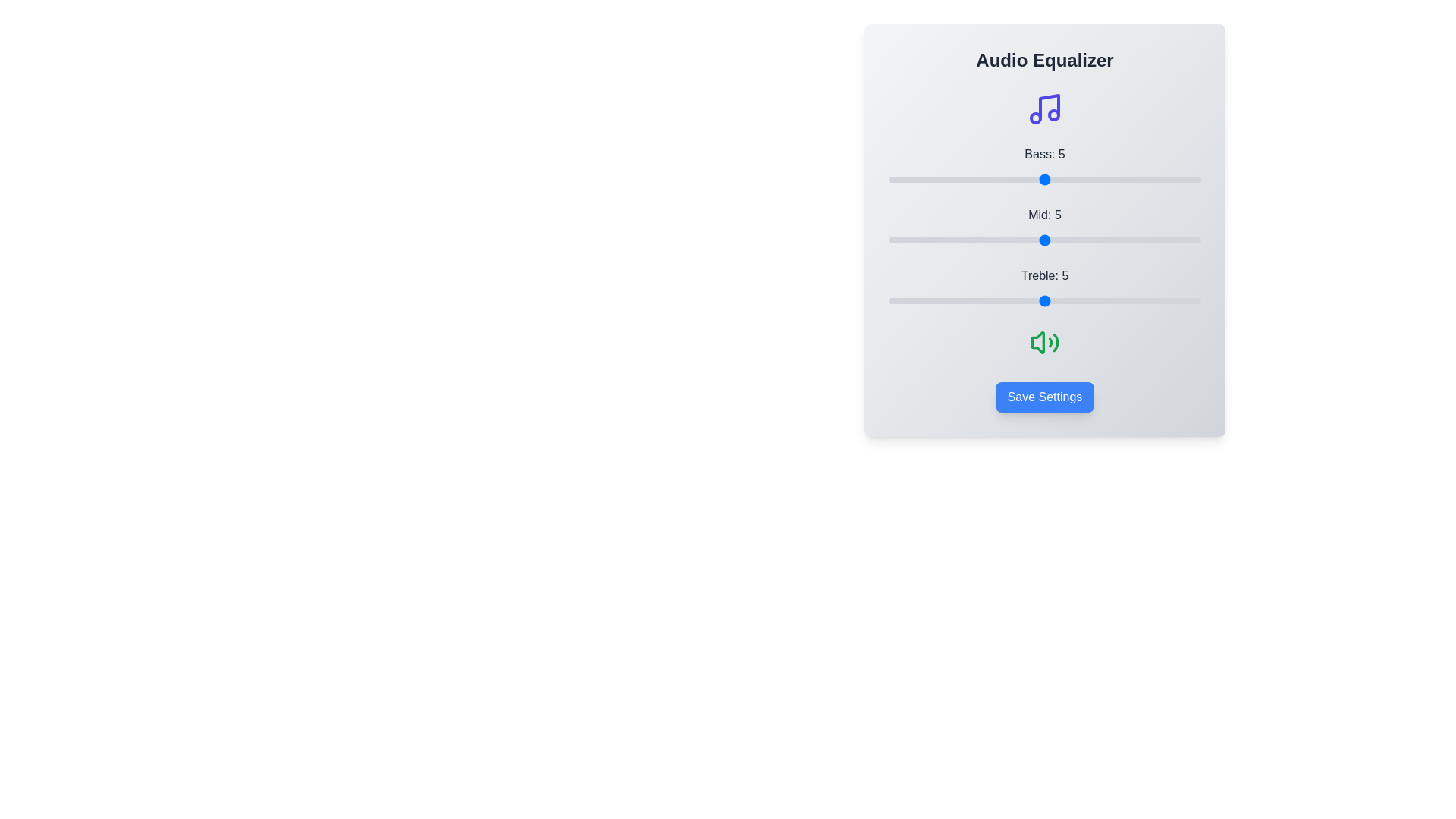 Image resolution: width=1456 pixels, height=819 pixels. What do you see at coordinates (1075, 239) in the screenshot?
I see `the Mid slider to set its value to 6` at bounding box center [1075, 239].